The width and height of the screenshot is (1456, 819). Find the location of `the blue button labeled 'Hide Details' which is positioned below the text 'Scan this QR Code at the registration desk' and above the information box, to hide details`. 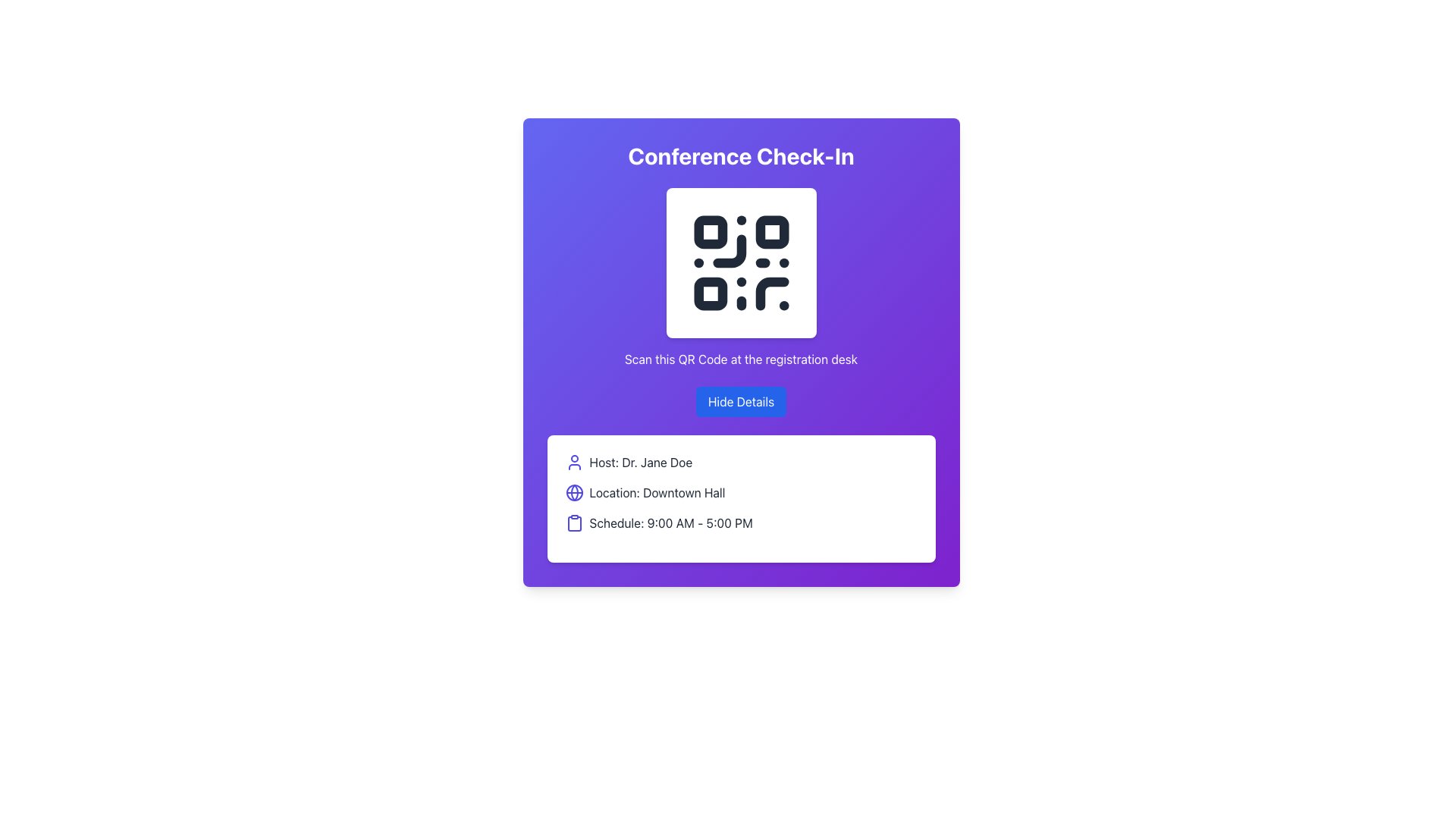

the blue button labeled 'Hide Details' which is positioned below the text 'Scan this QR Code at the registration desk' and above the information box, to hide details is located at coordinates (741, 400).